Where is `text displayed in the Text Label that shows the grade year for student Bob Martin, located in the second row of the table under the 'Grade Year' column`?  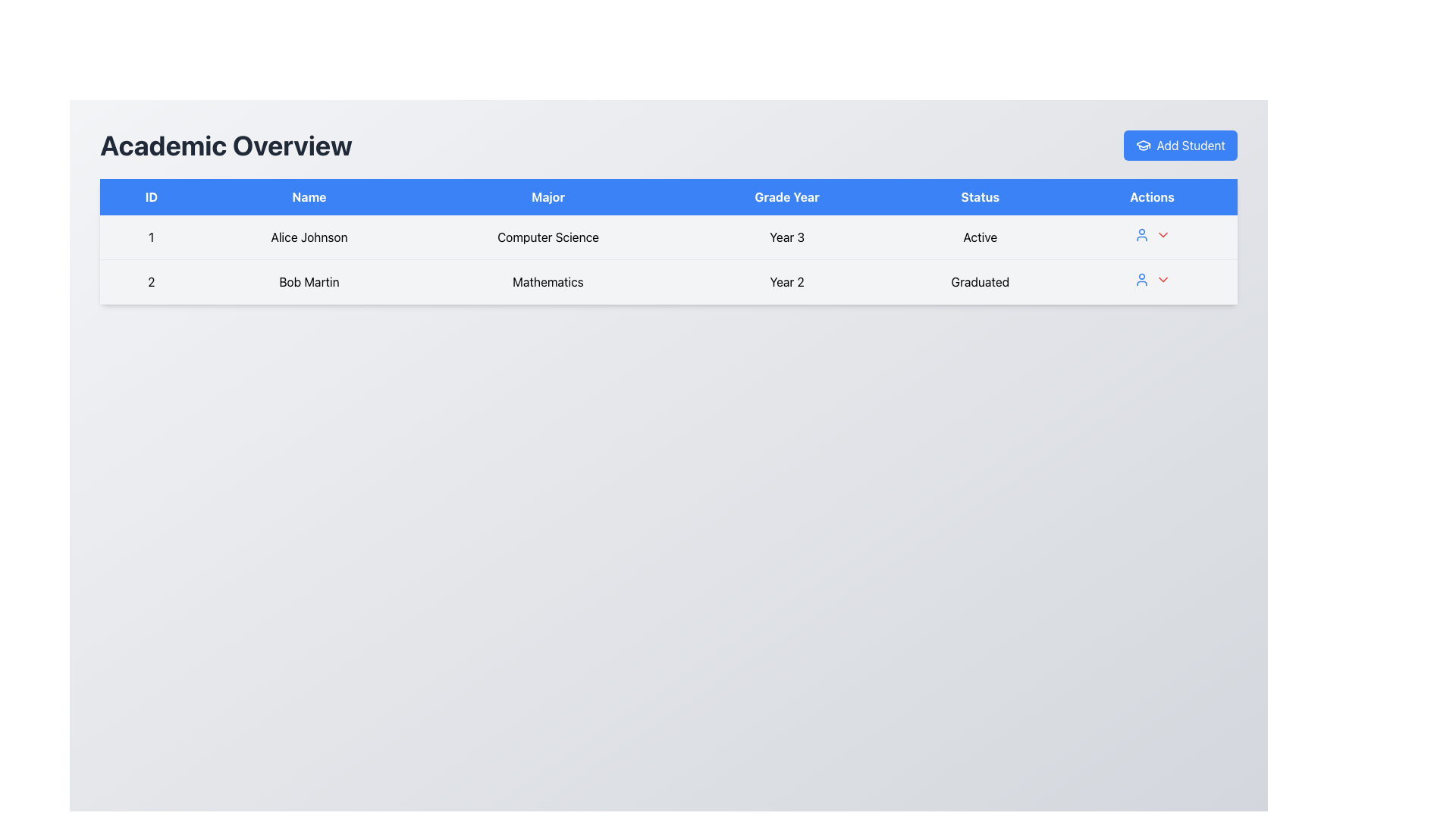 text displayed in the Text Label that shows the grade year for student Bob Martin, located in the second row of the table under the 'Grade Year' column is located at coordinates (787, 281).